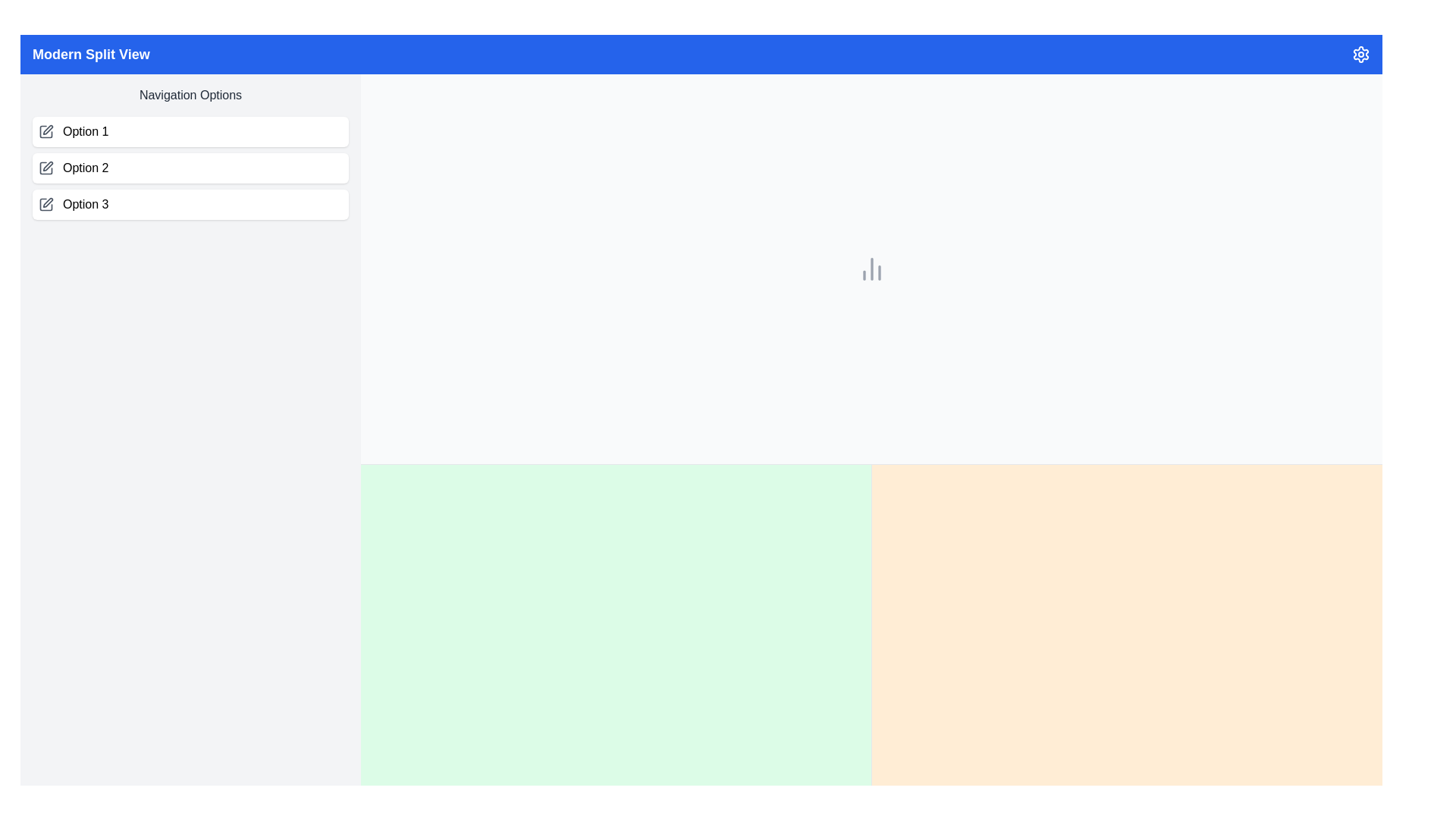  What do you see at coordinates (46, 205) in the screenshot?
I see `the gray pencil icon located to the left of the label 'Option 3' in the third row of the sidebar menu to initiate an edit action` at bounding box center [46, 205].